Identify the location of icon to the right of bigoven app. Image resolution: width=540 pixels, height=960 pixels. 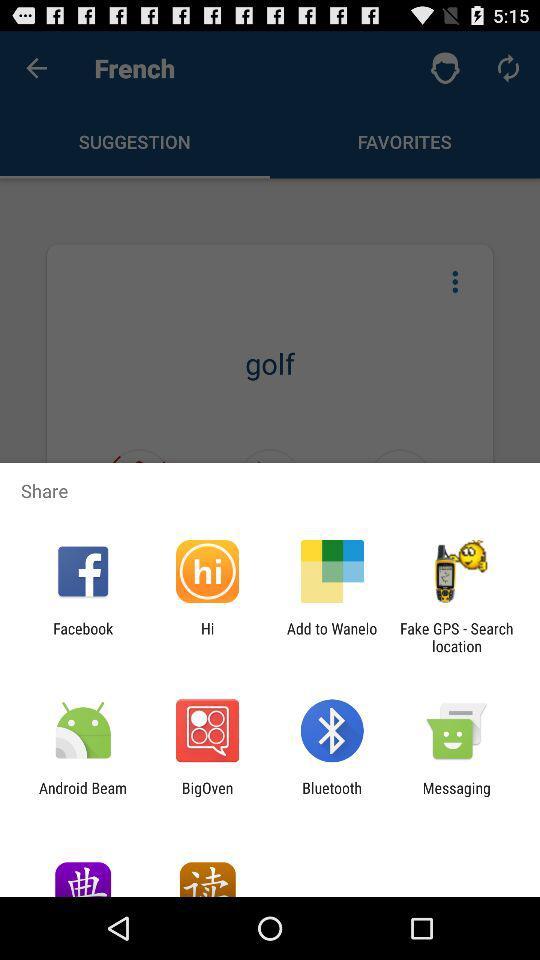
(332, 796).